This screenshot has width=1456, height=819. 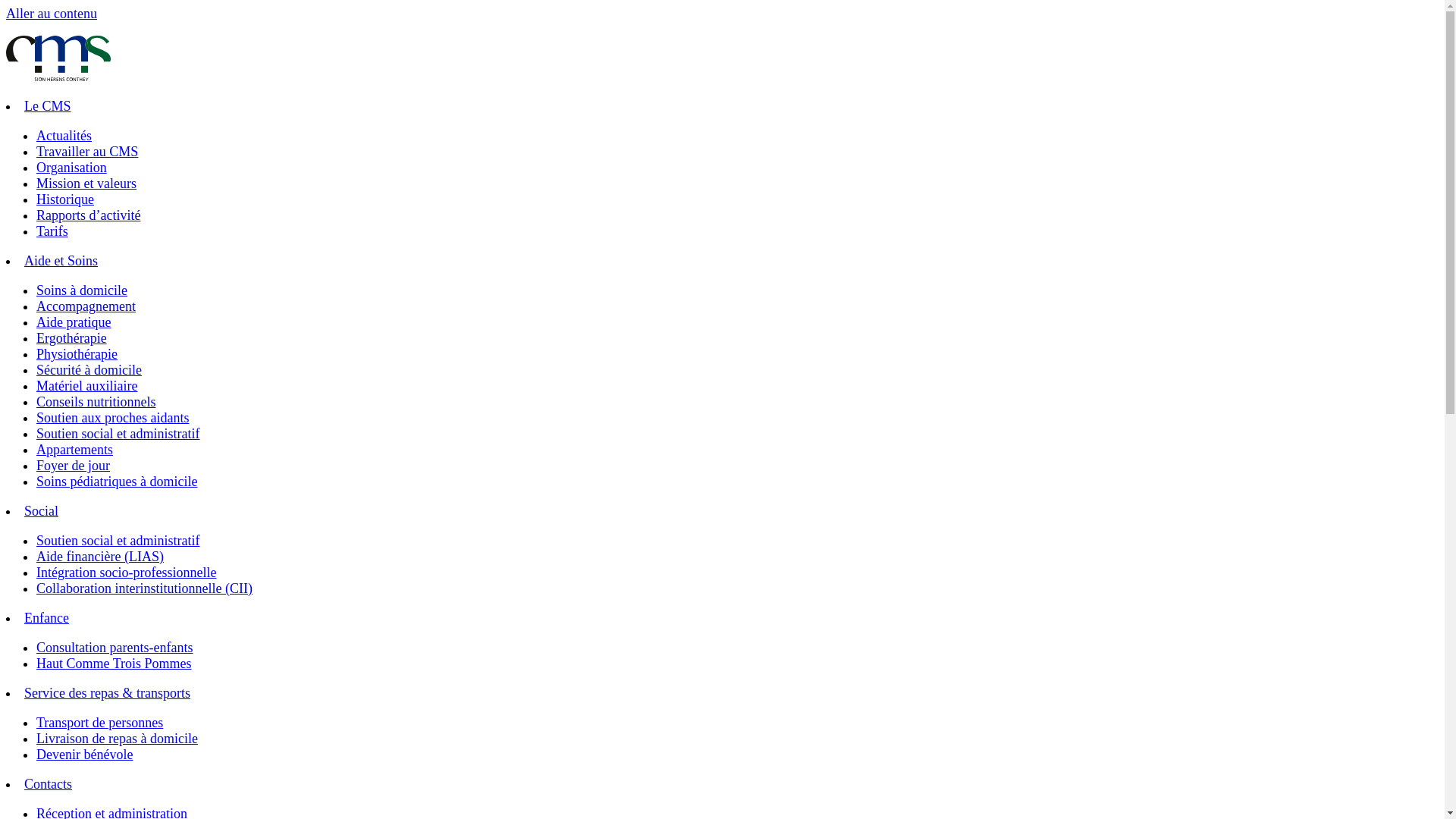 What do you see at coordinates (36, 198) in the screenshot?
I see `'Historique'` at bounding box center [36, 198].